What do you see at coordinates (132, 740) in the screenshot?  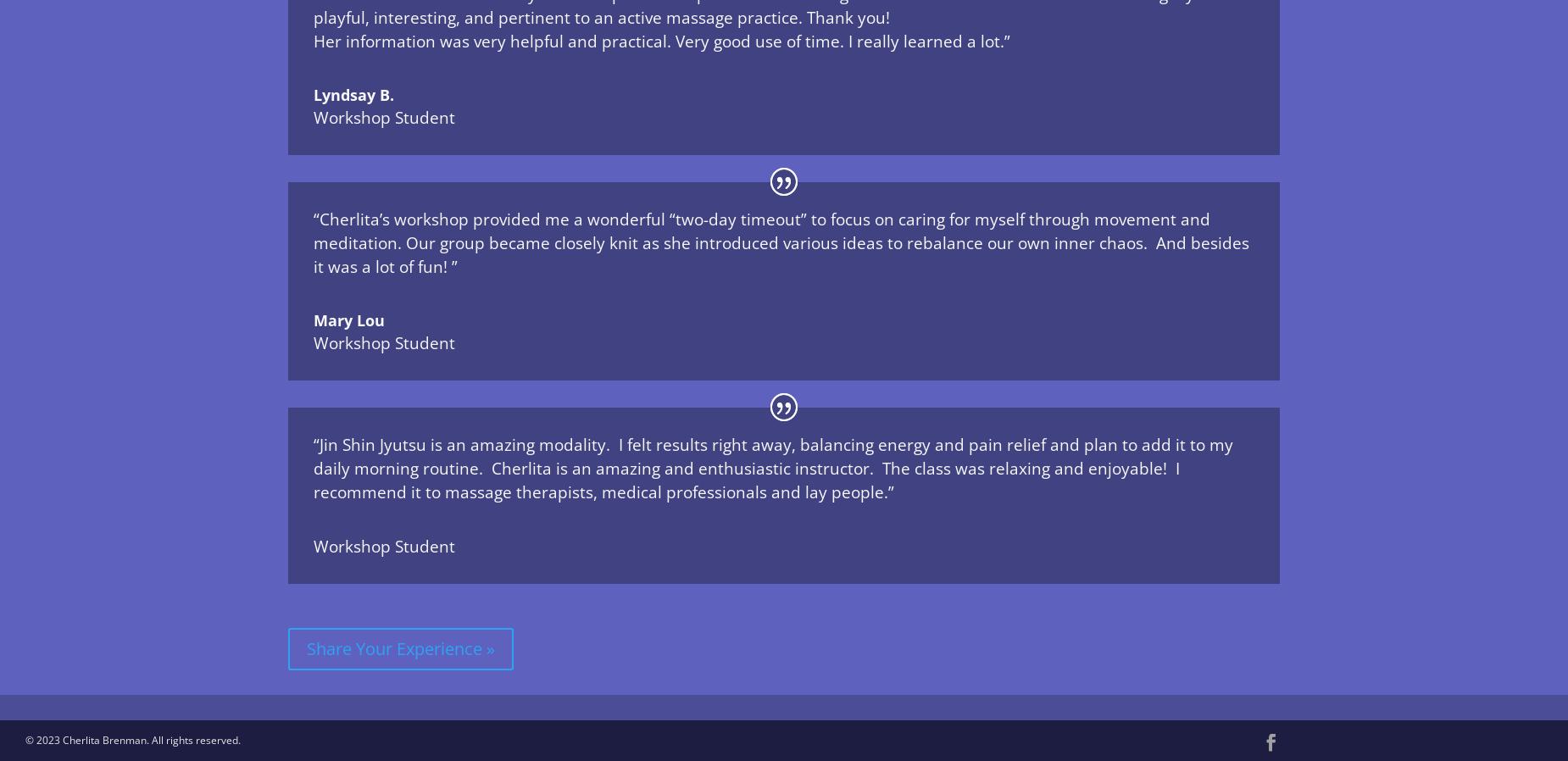 I see `'© 2023 
Cherlita Brenman. All rights reserved.'` at bounding box center [132, 740].